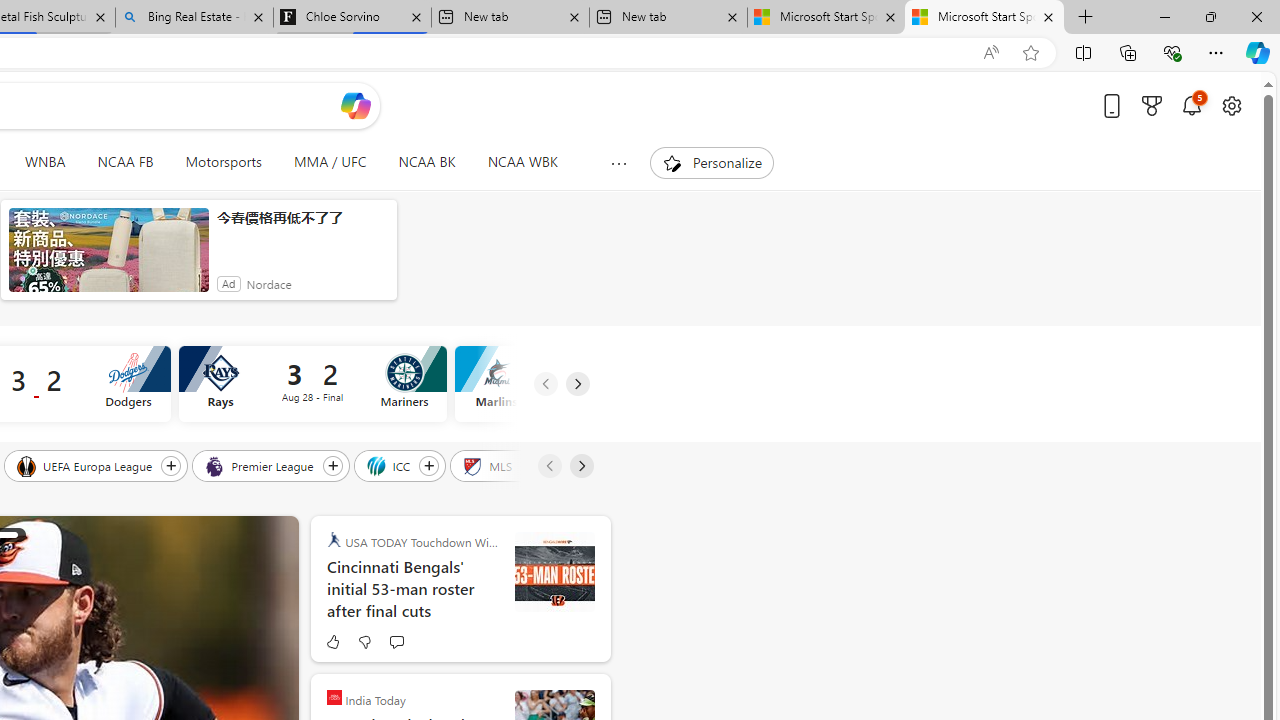 The image size is (1280, 720). Describe the element at coordinates (428, 465) in the screenshot. I see `'Follow ICC'` at that location.